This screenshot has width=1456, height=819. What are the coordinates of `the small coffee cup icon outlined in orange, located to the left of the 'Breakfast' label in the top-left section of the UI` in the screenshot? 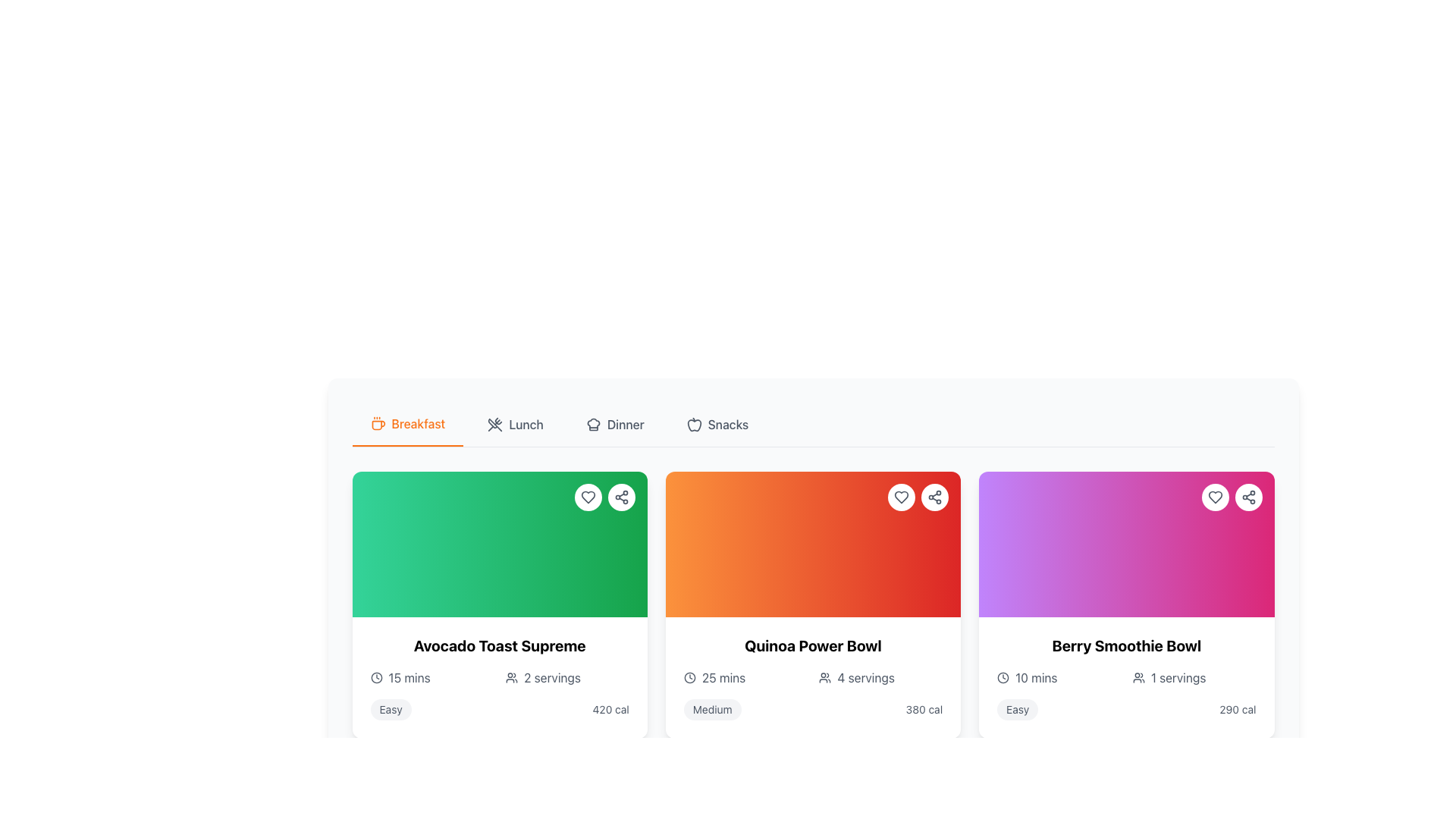 It's located at (378, 424).